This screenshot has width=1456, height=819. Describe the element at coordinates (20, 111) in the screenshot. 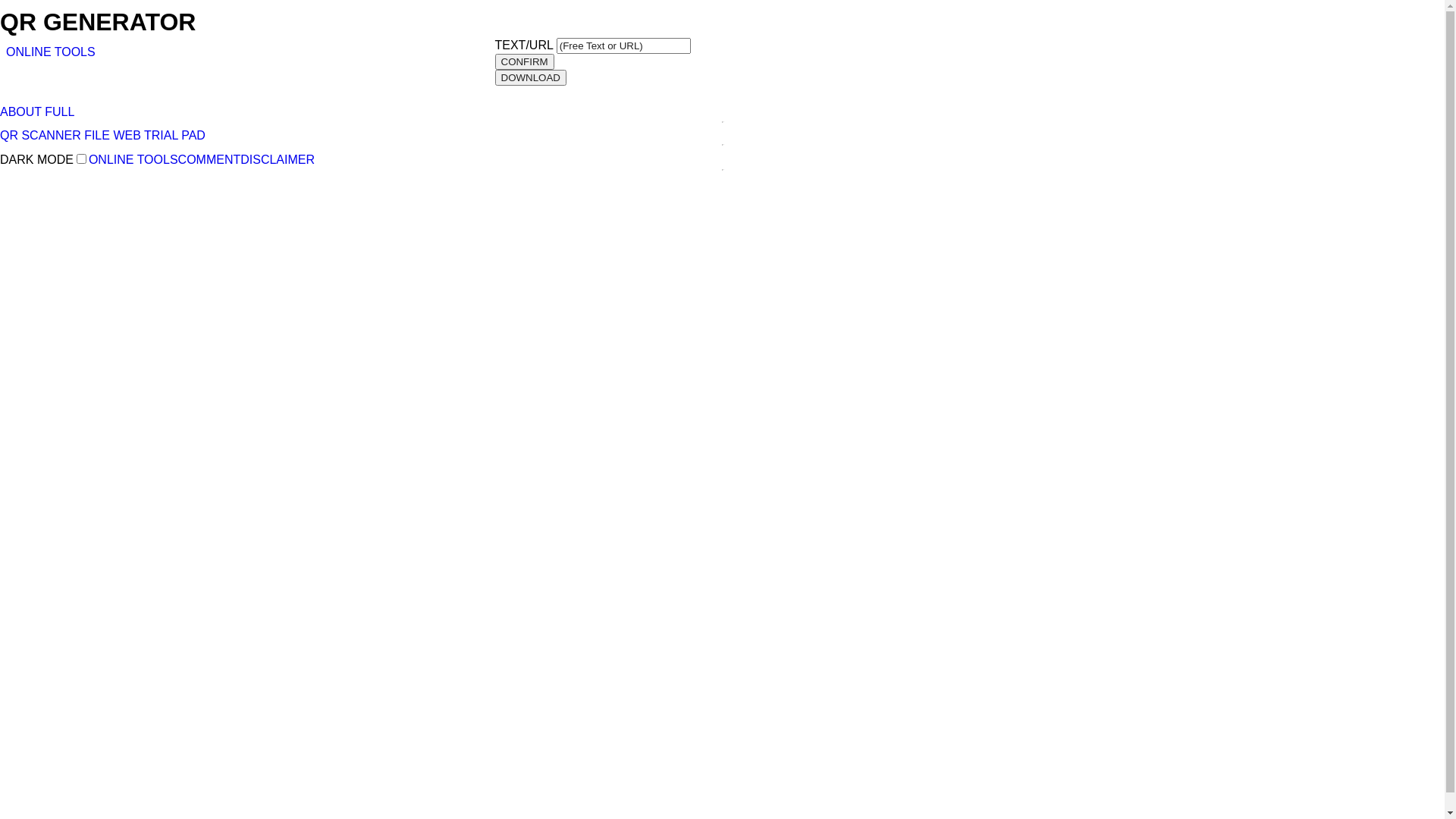

I see `'ABOUT'` at that location.